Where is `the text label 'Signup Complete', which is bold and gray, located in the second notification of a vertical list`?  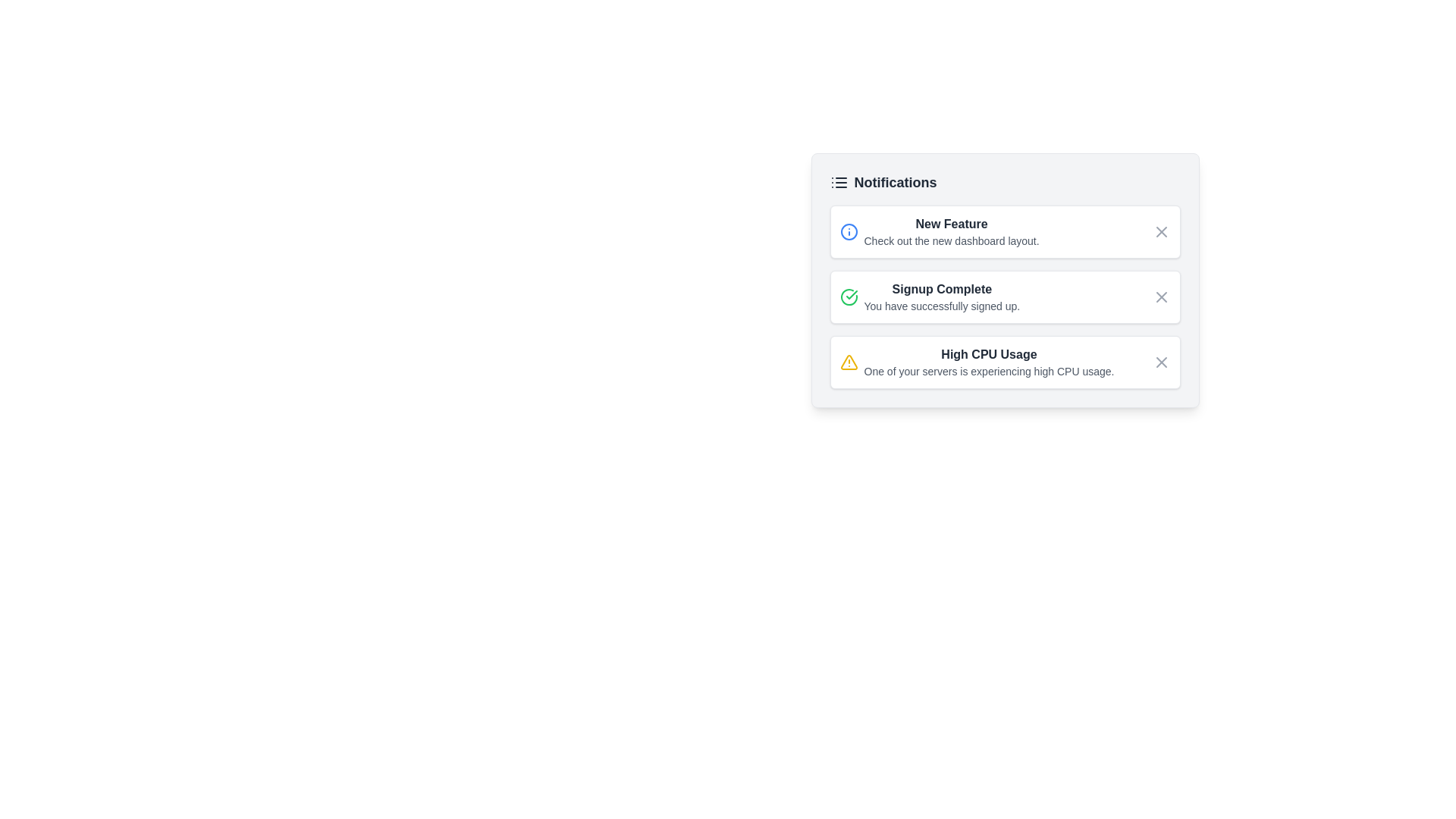 the text label 'Signup Complete', which is bold and gray, located in the second notification of a vertical list is located at coordinates (941, 289).